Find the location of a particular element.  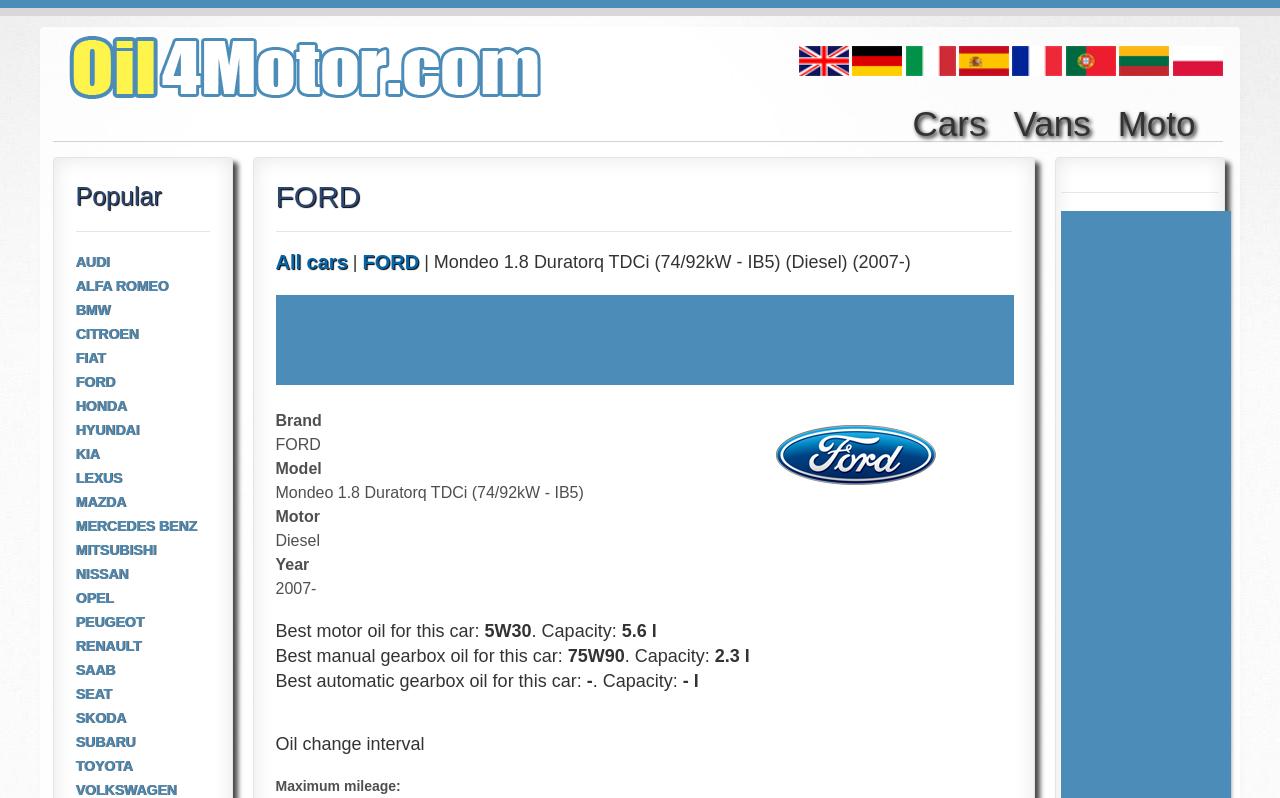

'All cars' is located at coordinates (310, 261).